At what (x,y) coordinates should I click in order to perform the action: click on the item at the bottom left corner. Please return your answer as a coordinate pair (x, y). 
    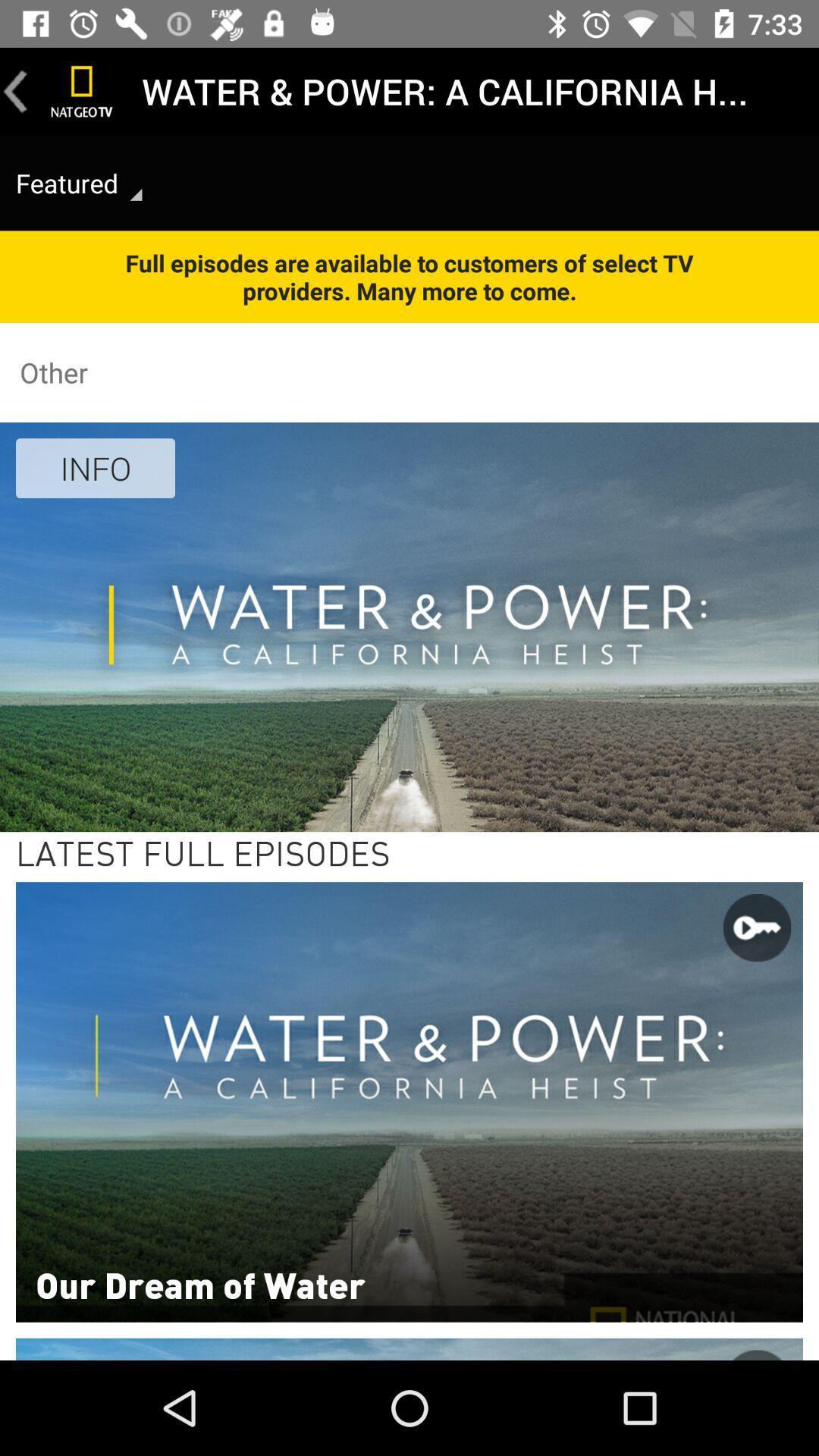
    Looking at the image, I should click on (199, 1283).